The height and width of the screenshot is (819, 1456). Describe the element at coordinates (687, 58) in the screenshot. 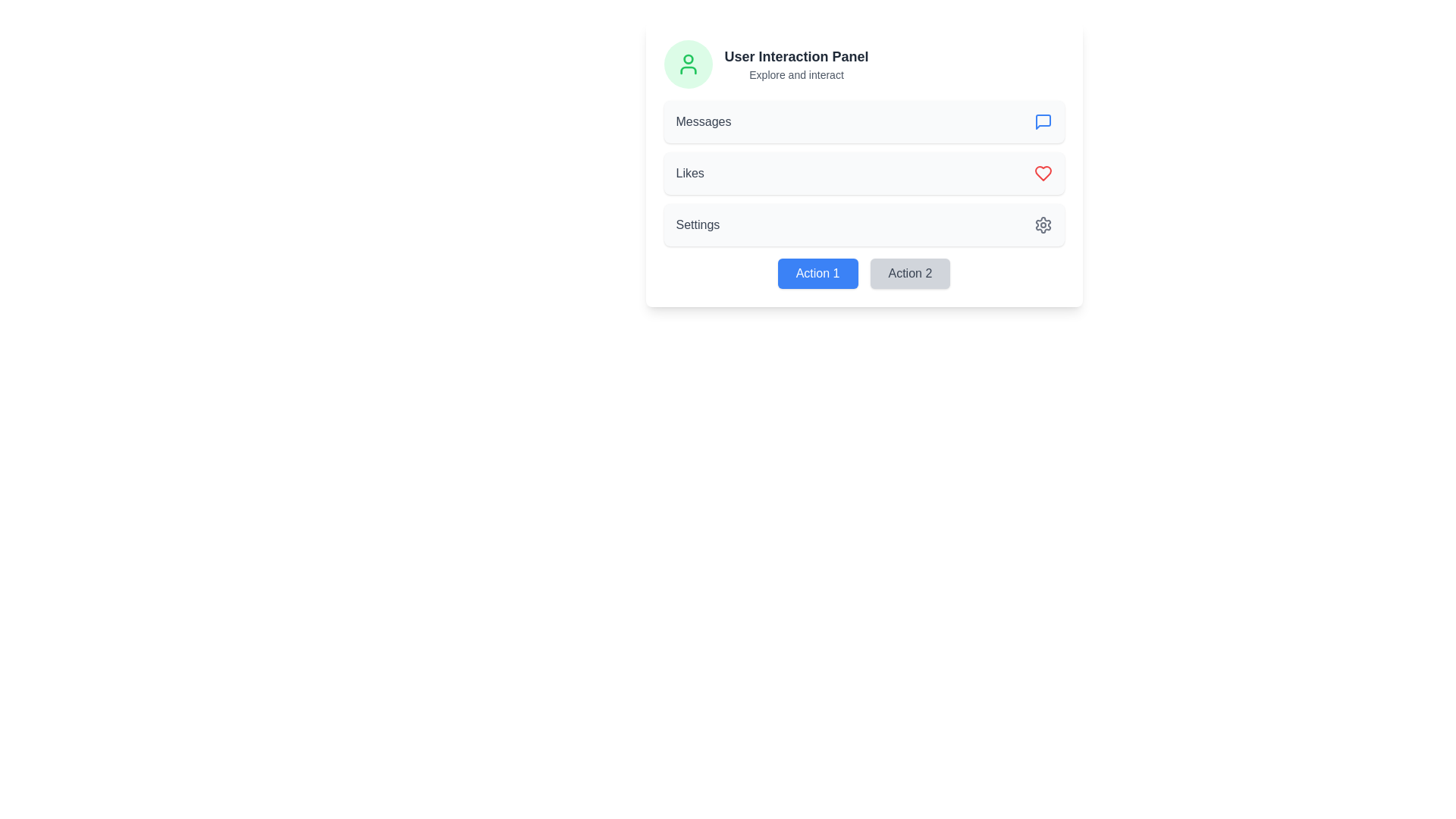

I see `the Decorative SVG circle component representing the user's head icon, located at the top-left corner of the panel` at that location.